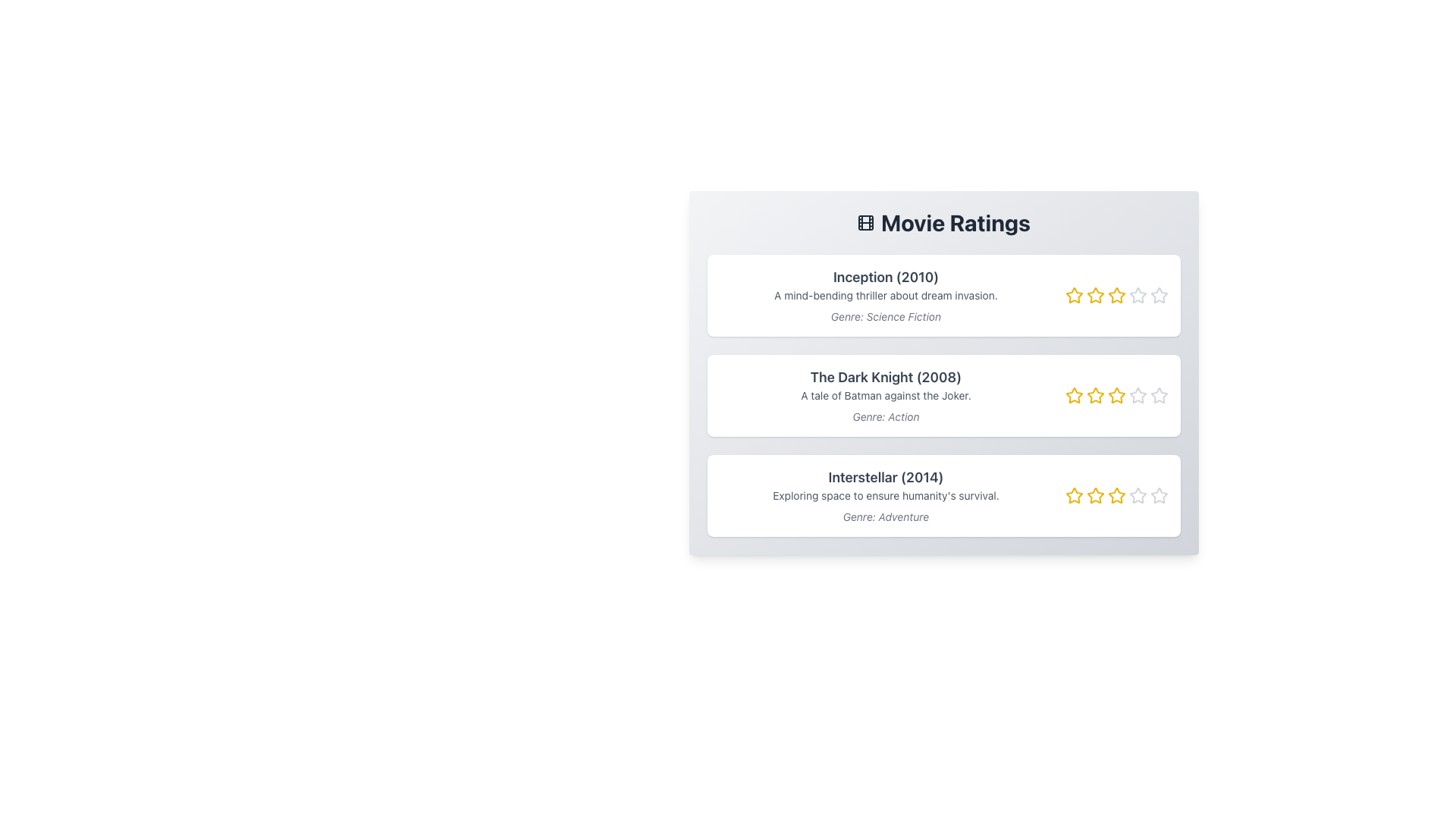 The width and height of the screenshot is (1456, 819). Describe the element at coordinates (886, 295) in the screenshot. I see `the text label that reads 'A mind-bending thriller about dream invasion.' located within the movie card for 'Inception (2010)'` at that location.